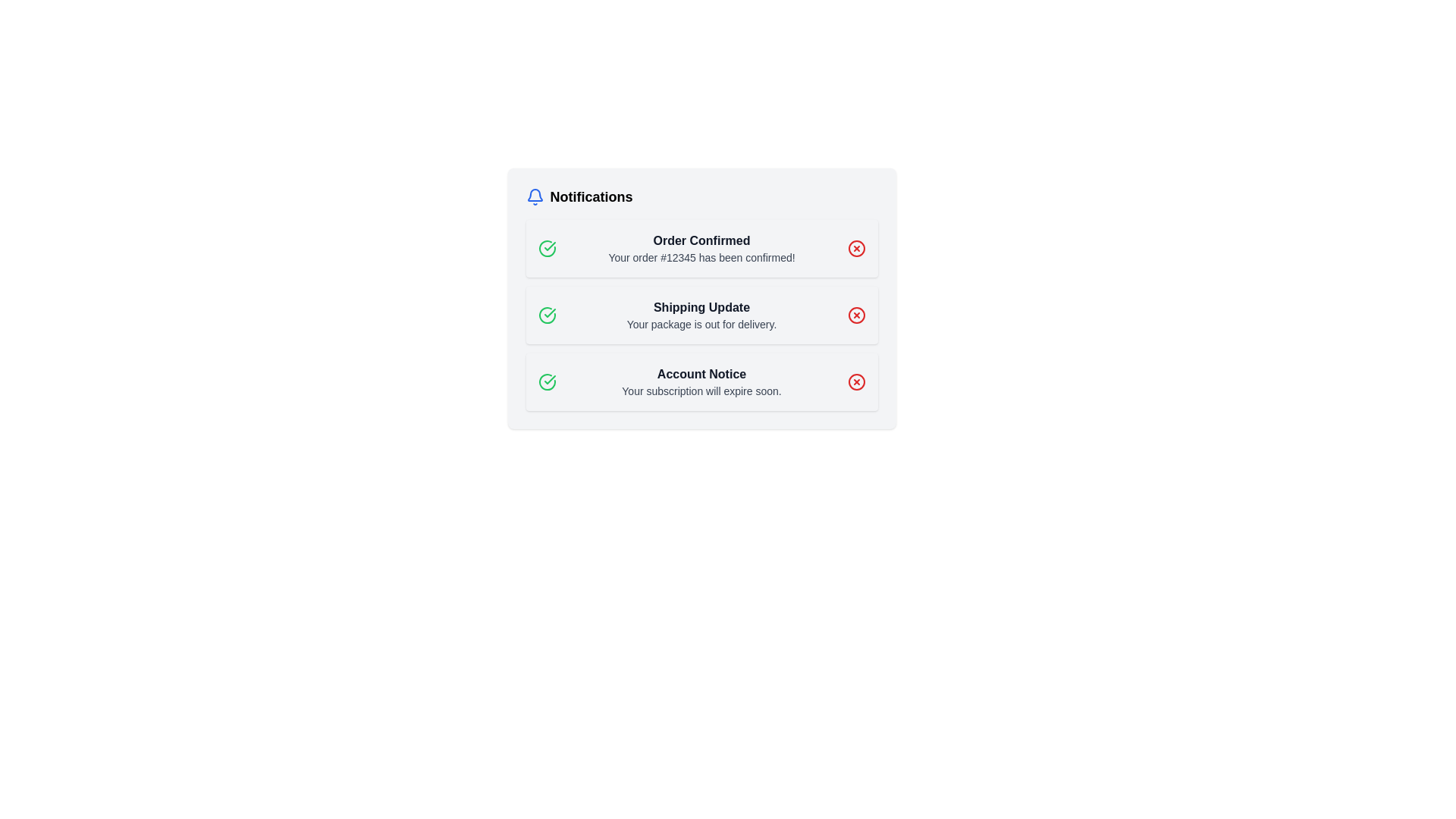 This screenshot has width=1456, height=819. What do you see at coordinates (701, 374) in the screenshot?
I see `the bold text label 'Account Notice' located in the notification section, which is styled in a semibold font and dark gray color` at bounding box center [701, 374].